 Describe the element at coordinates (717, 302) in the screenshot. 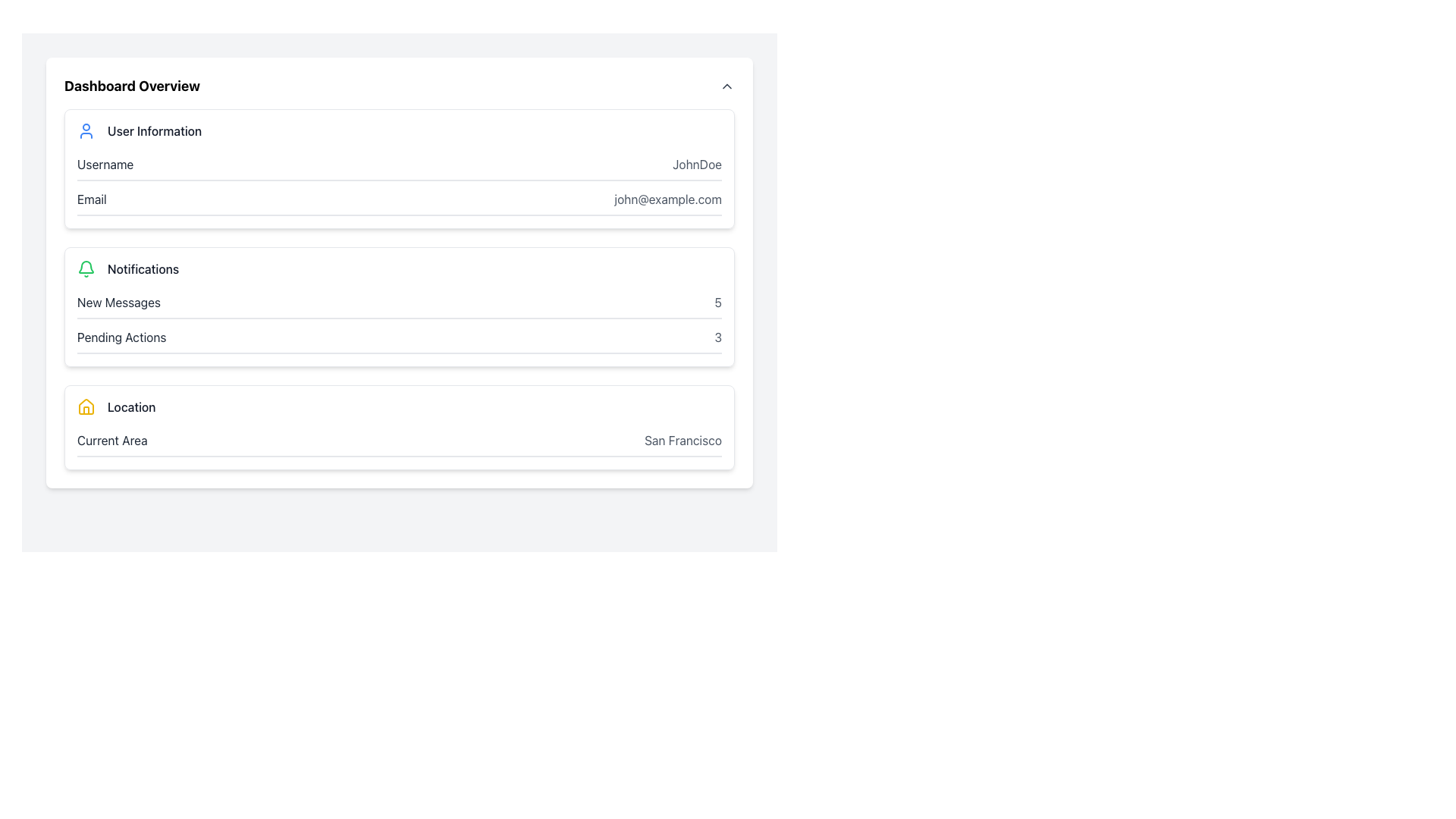

I see `the static text that indicates the count of unread messages, located at the top-right corner of the 'New Messages' section in the notifications block` at that location.